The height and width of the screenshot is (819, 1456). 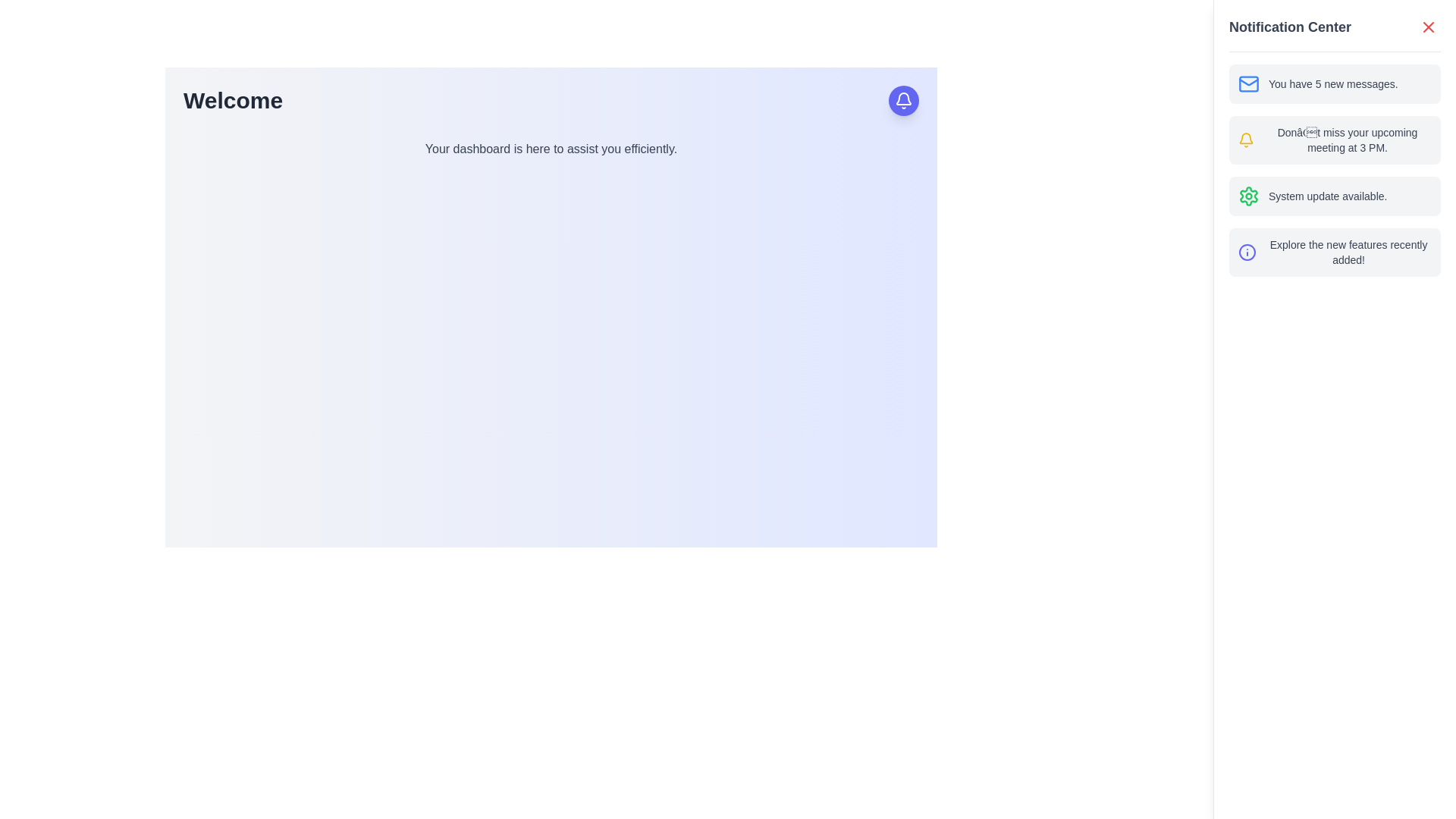 I want to click on the yellow bell icon located to the left of the text 'Don’t miss your upcoming meeting at 3 PM.' in the notification section, so click(x=1246, y=140).